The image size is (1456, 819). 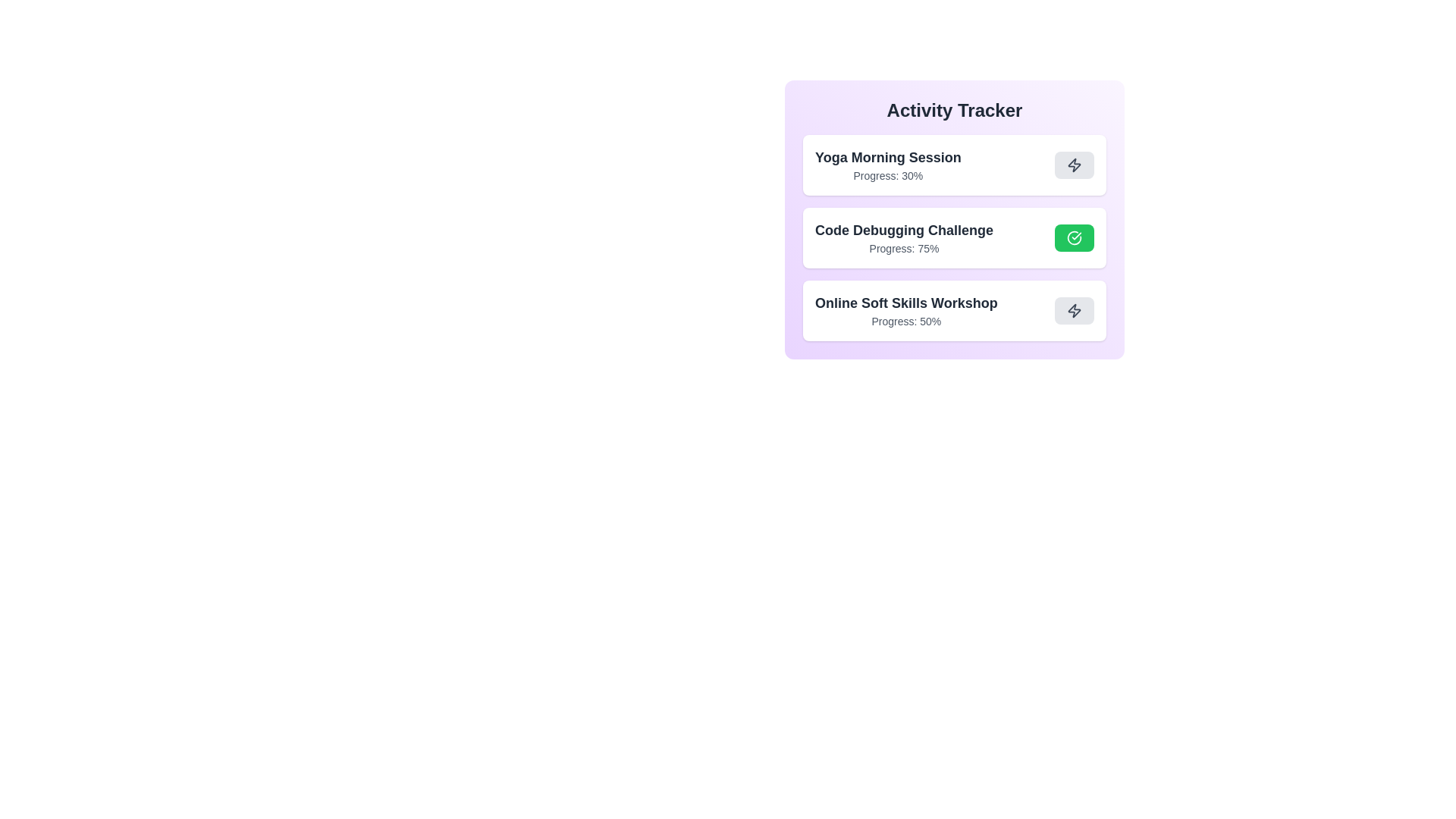 What do you see at coordinates (1073, 309) in the screenshot?
I see `the activity associated with the Online Soft Skills Workshop button` at bounding box center [1073, 309].